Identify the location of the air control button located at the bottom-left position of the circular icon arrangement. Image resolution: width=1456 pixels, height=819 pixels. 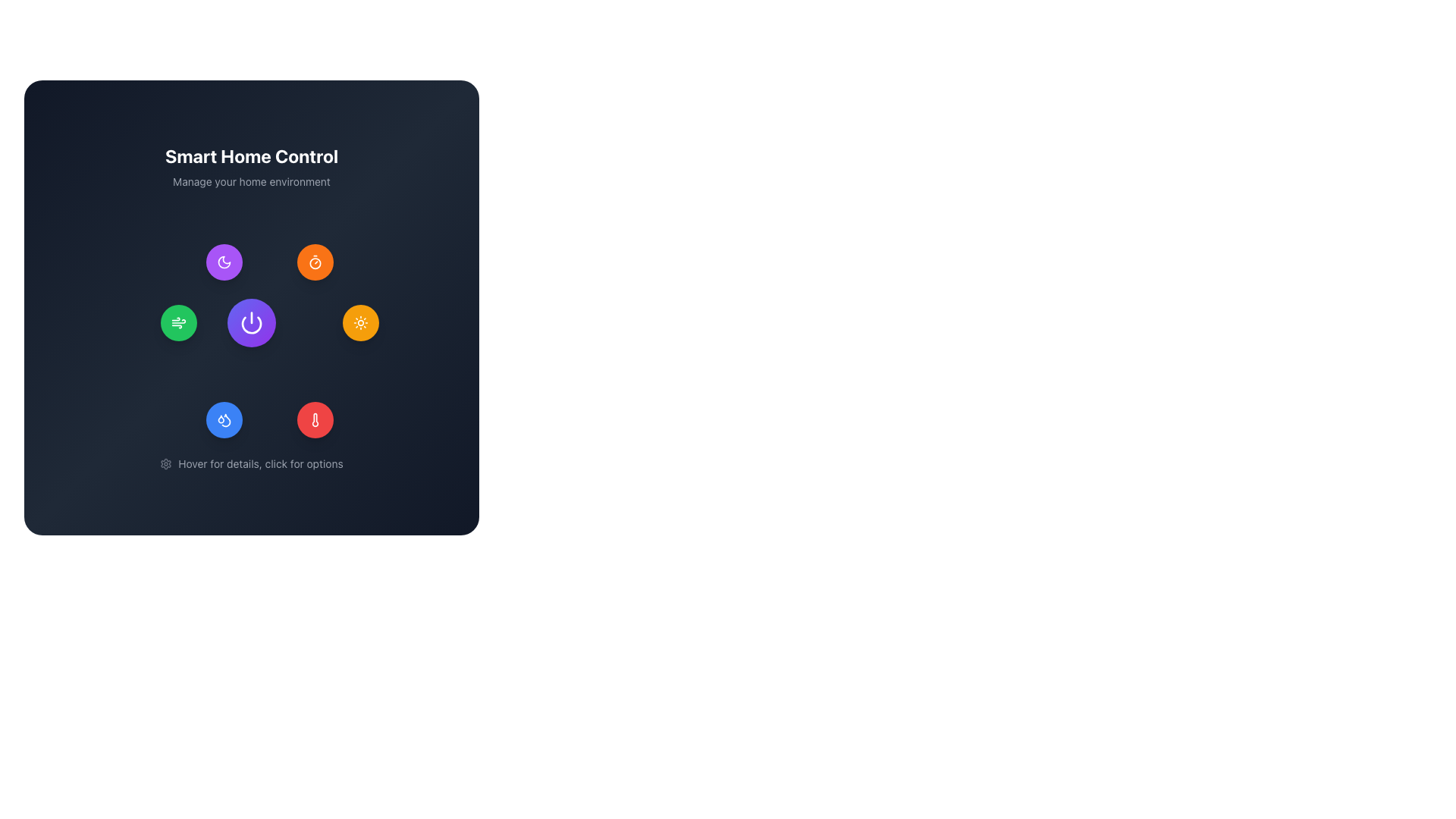
(178, 322).